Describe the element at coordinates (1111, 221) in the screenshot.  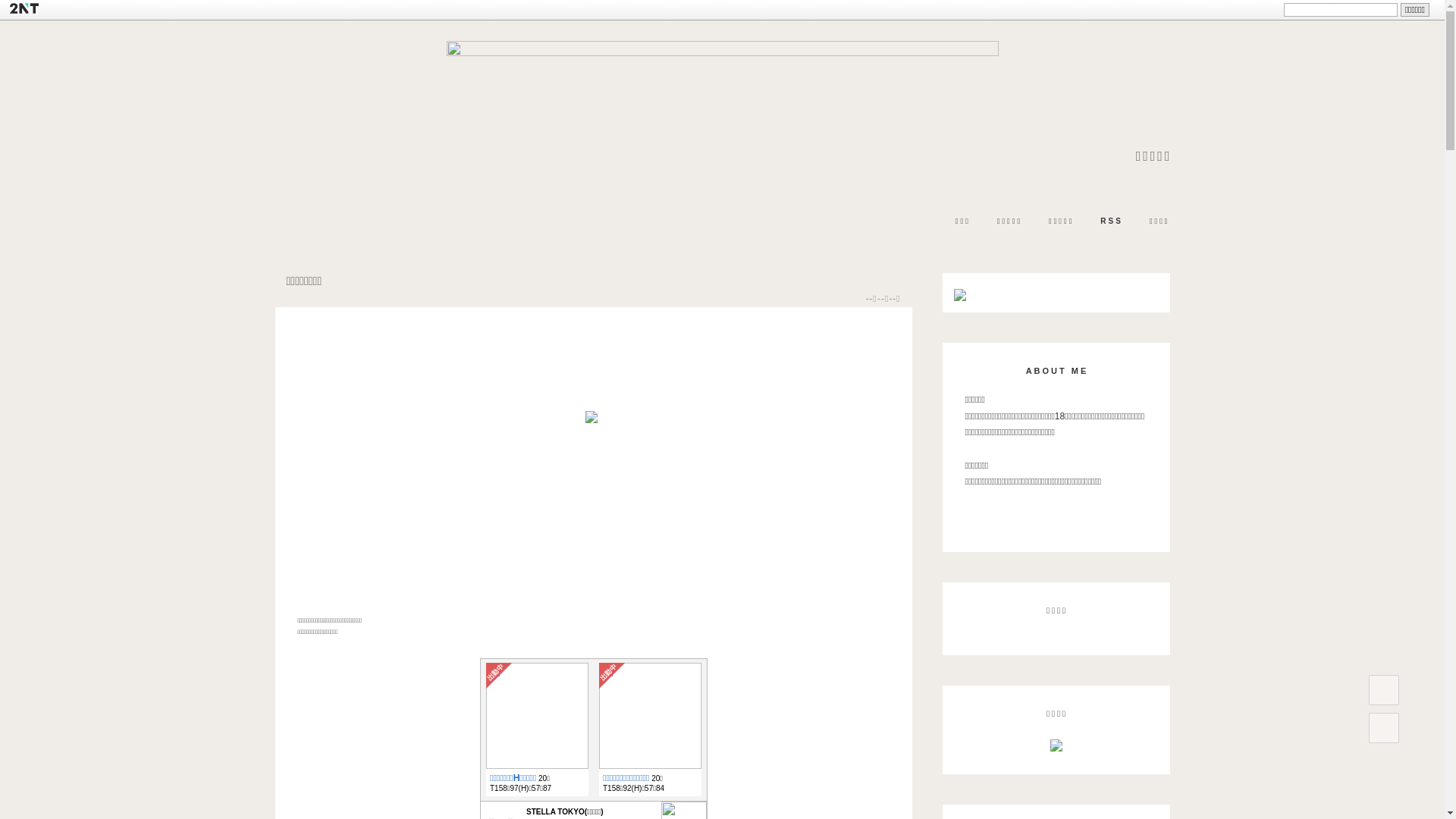
I see `'RSS'` at that location.